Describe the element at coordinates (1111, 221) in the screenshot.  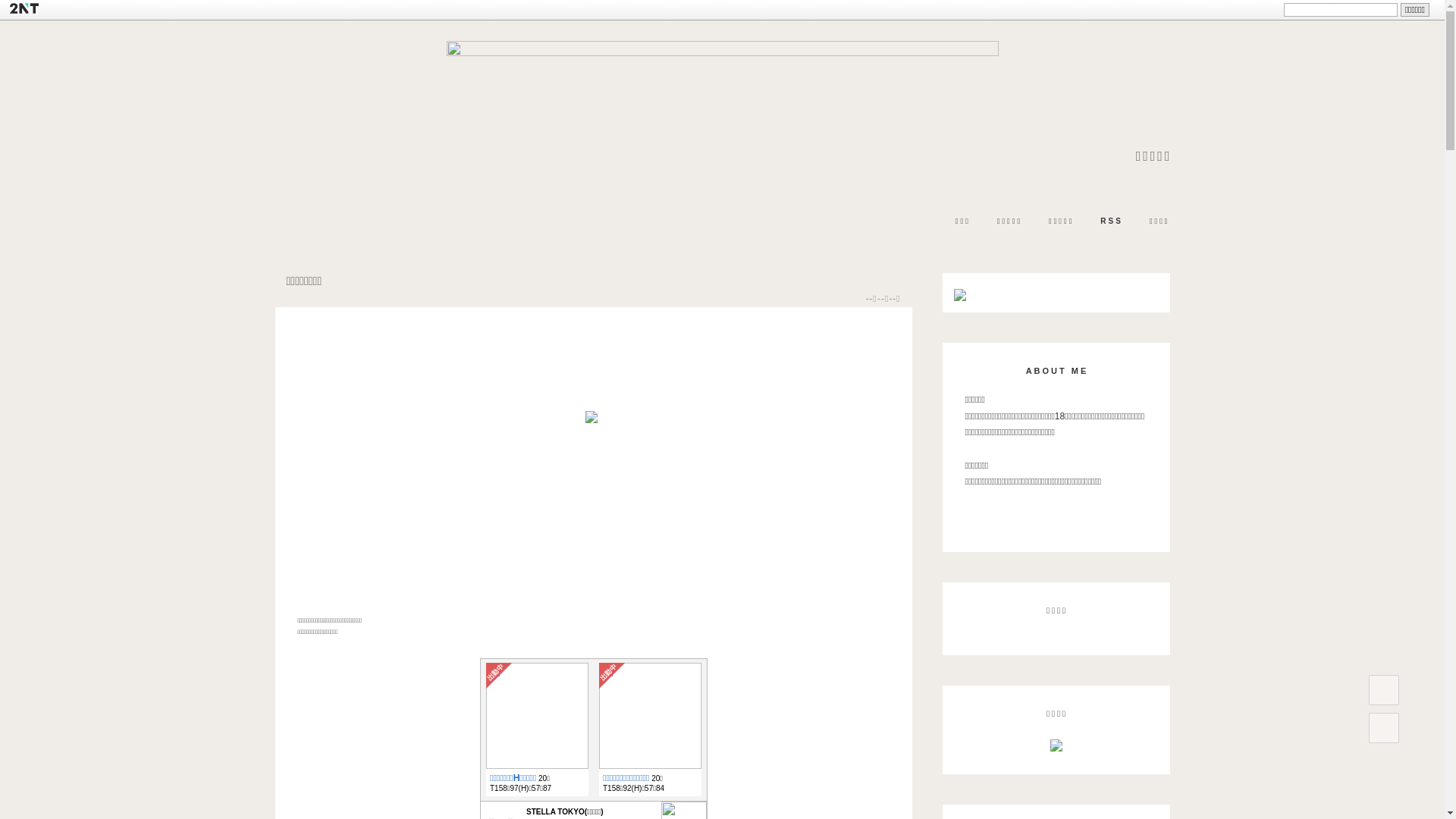
I see `'RSS'` at that location.